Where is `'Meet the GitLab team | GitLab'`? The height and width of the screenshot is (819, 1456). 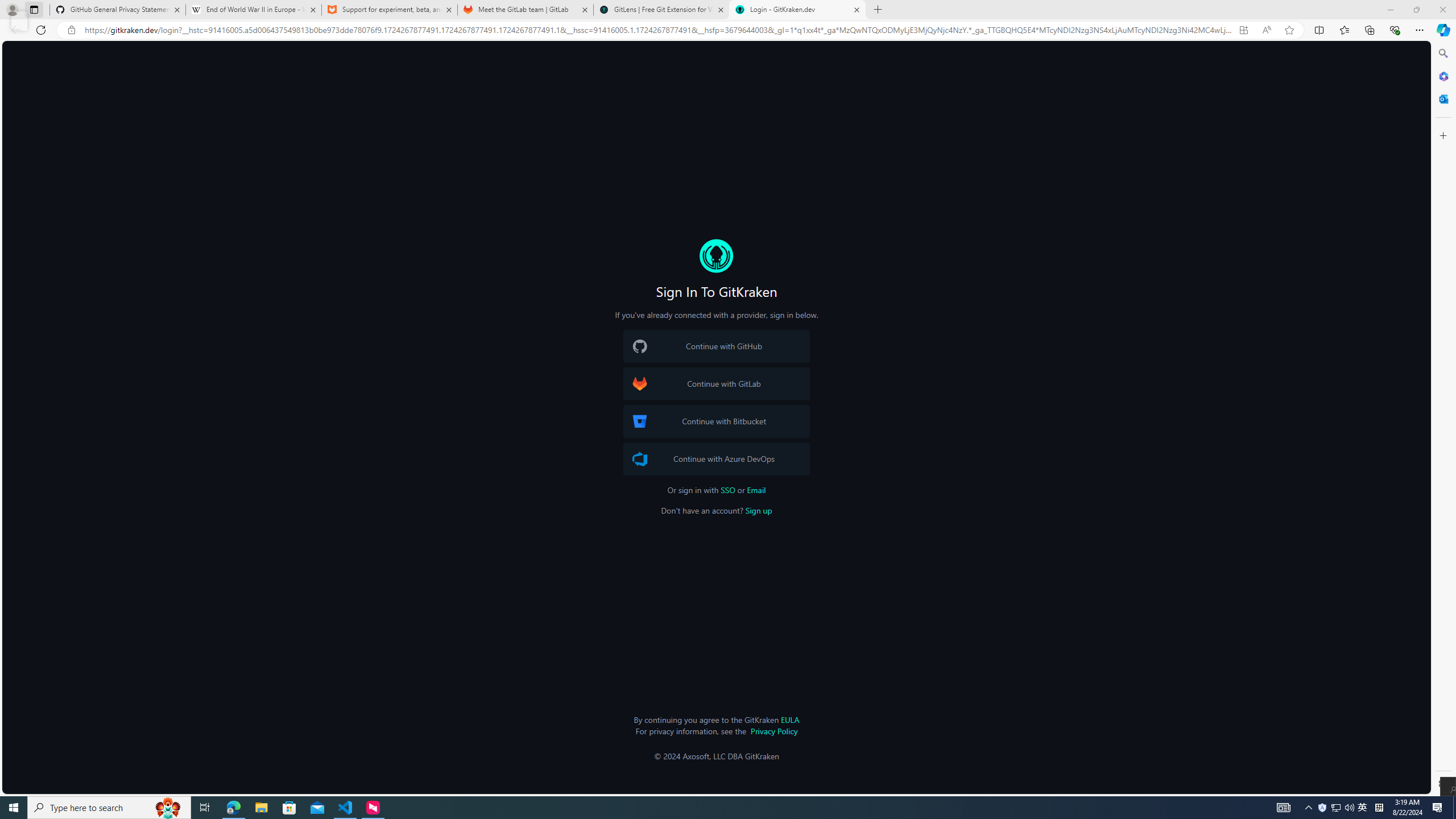
'Meet the GitLab team | GitLab' is located at coordinates (526, 9).